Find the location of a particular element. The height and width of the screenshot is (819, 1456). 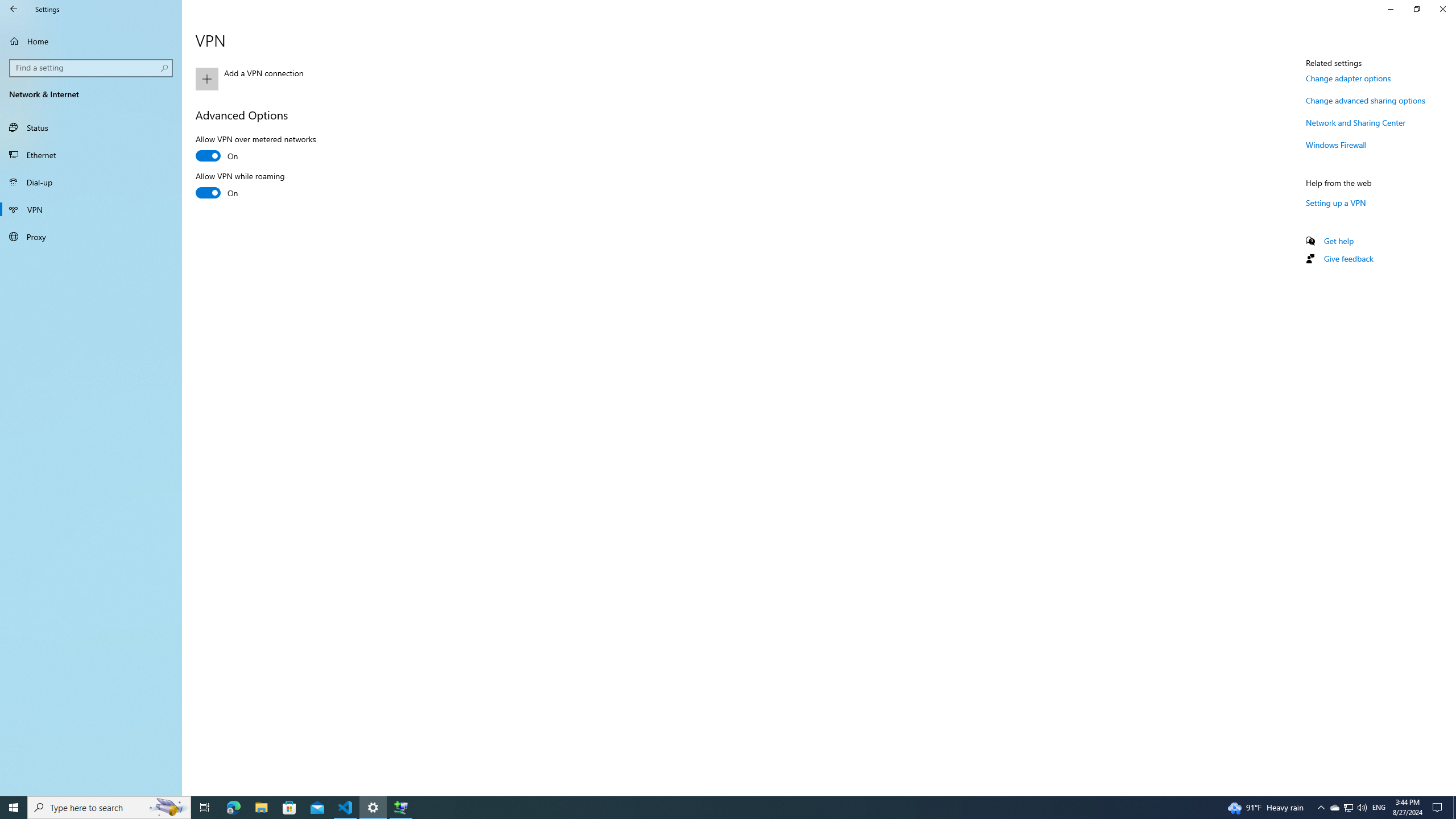

'Search box, Find a setting' is located at coordinates (91, 67).